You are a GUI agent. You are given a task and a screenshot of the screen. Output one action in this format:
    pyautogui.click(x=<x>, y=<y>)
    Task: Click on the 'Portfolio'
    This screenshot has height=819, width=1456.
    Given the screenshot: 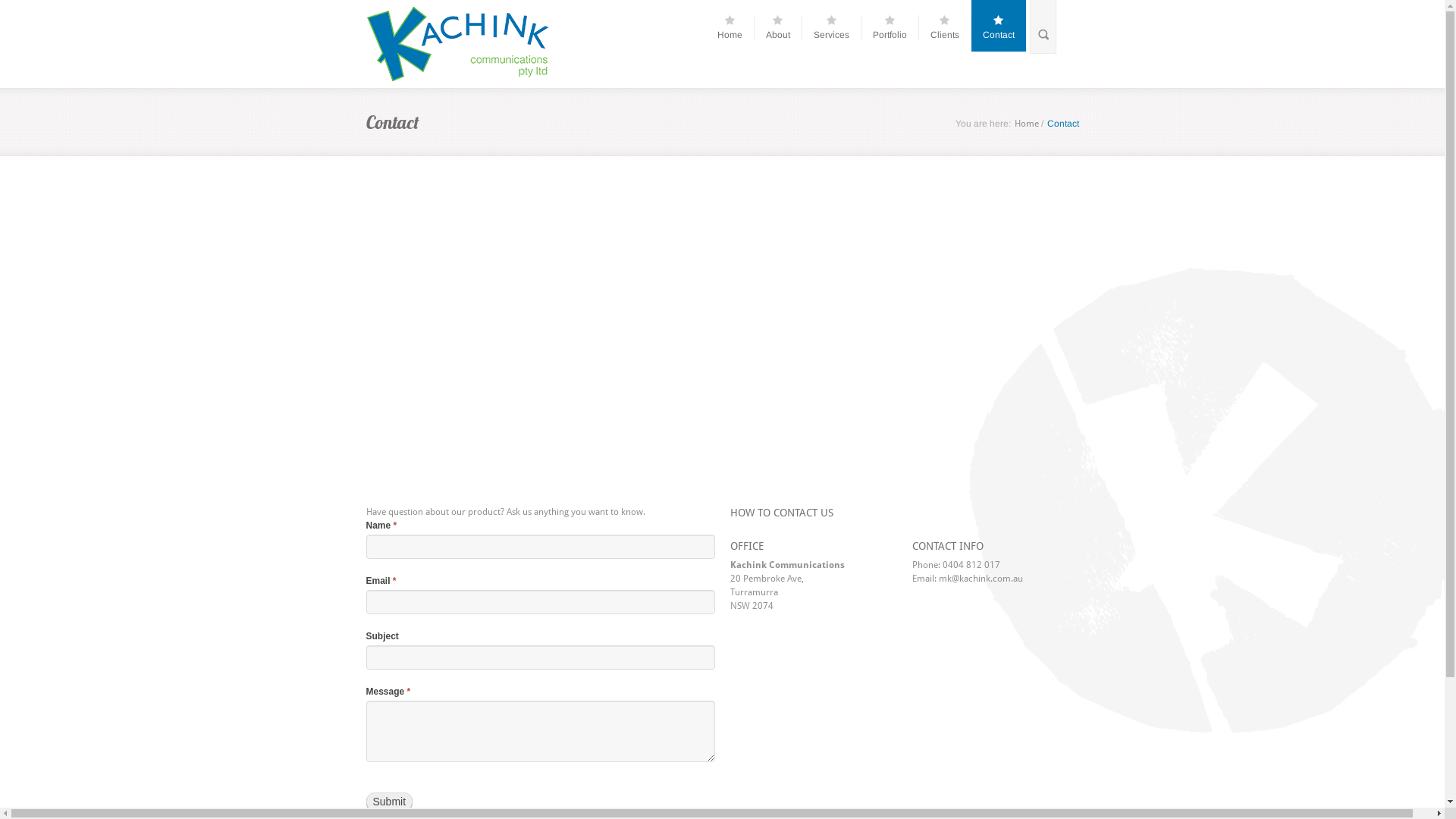 What is the action you would take?
    pyautogui.click(x=895, y=27)
    